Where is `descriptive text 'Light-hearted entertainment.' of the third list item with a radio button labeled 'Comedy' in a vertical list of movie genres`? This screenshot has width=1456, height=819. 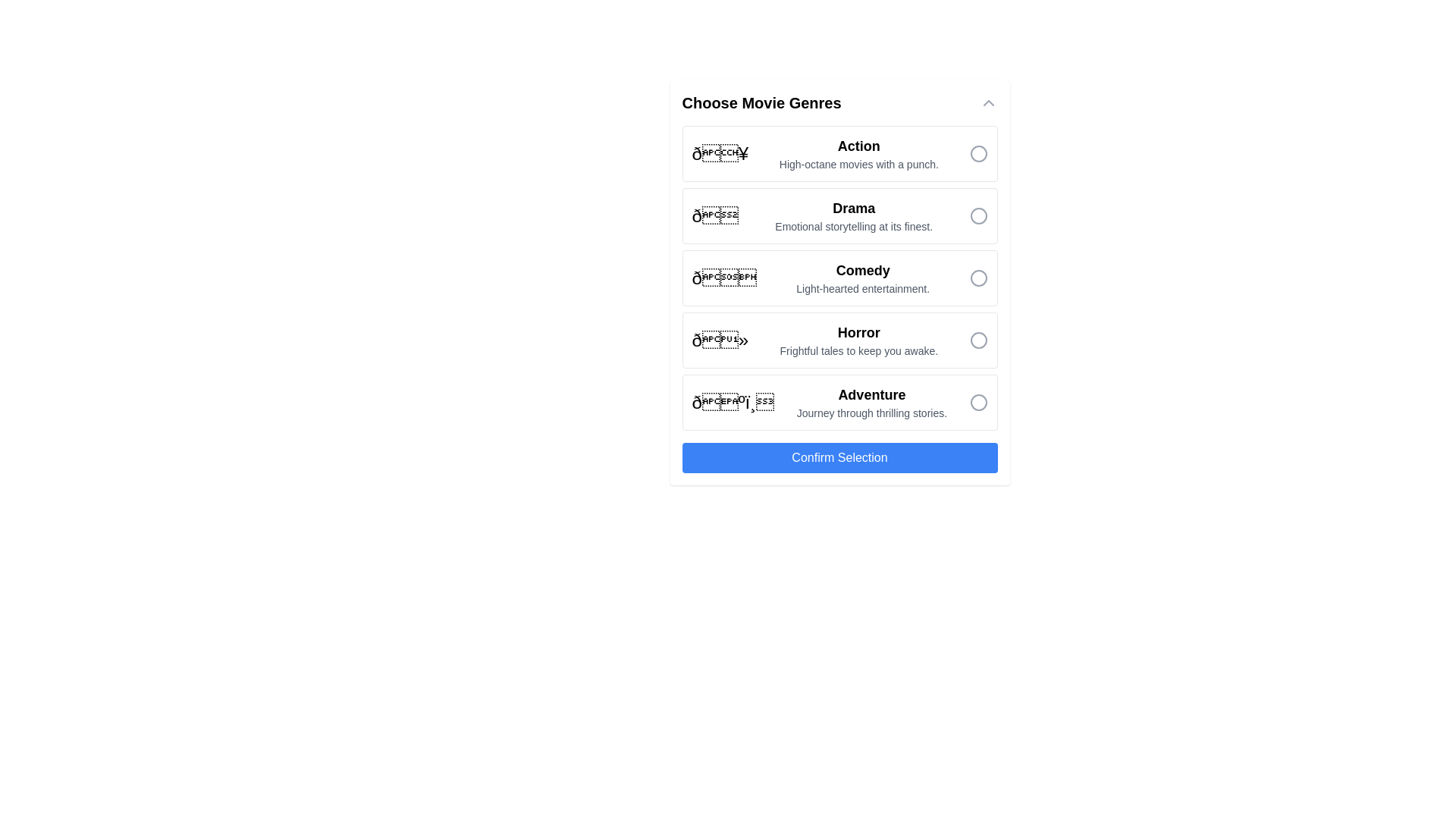 descriptive text 'Light-hearted entertainment.' of the third list item with a radio button labeled 'Comedy' in a vertical list of movie genres is located at coordinates (839, 278).